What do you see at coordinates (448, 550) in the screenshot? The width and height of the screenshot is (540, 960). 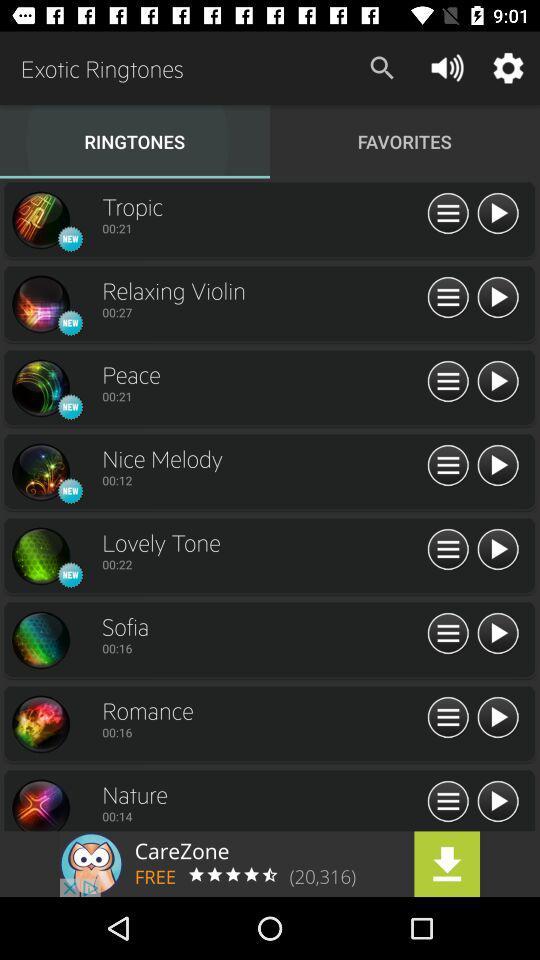 I see `expand settings` at bounding box center [448, 550].